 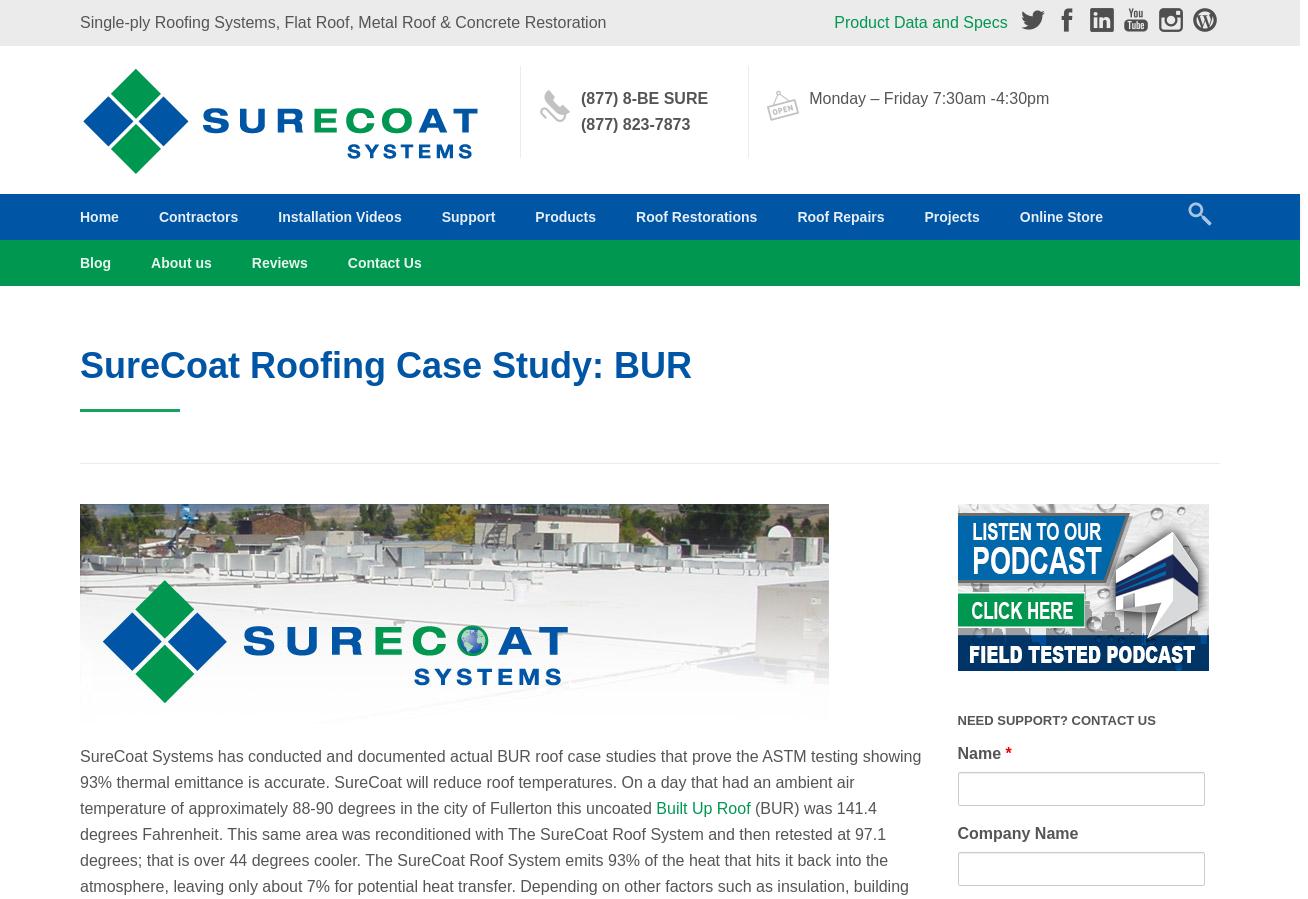 I want to click on '(877) 823-7873', so click(x=634, y=123).